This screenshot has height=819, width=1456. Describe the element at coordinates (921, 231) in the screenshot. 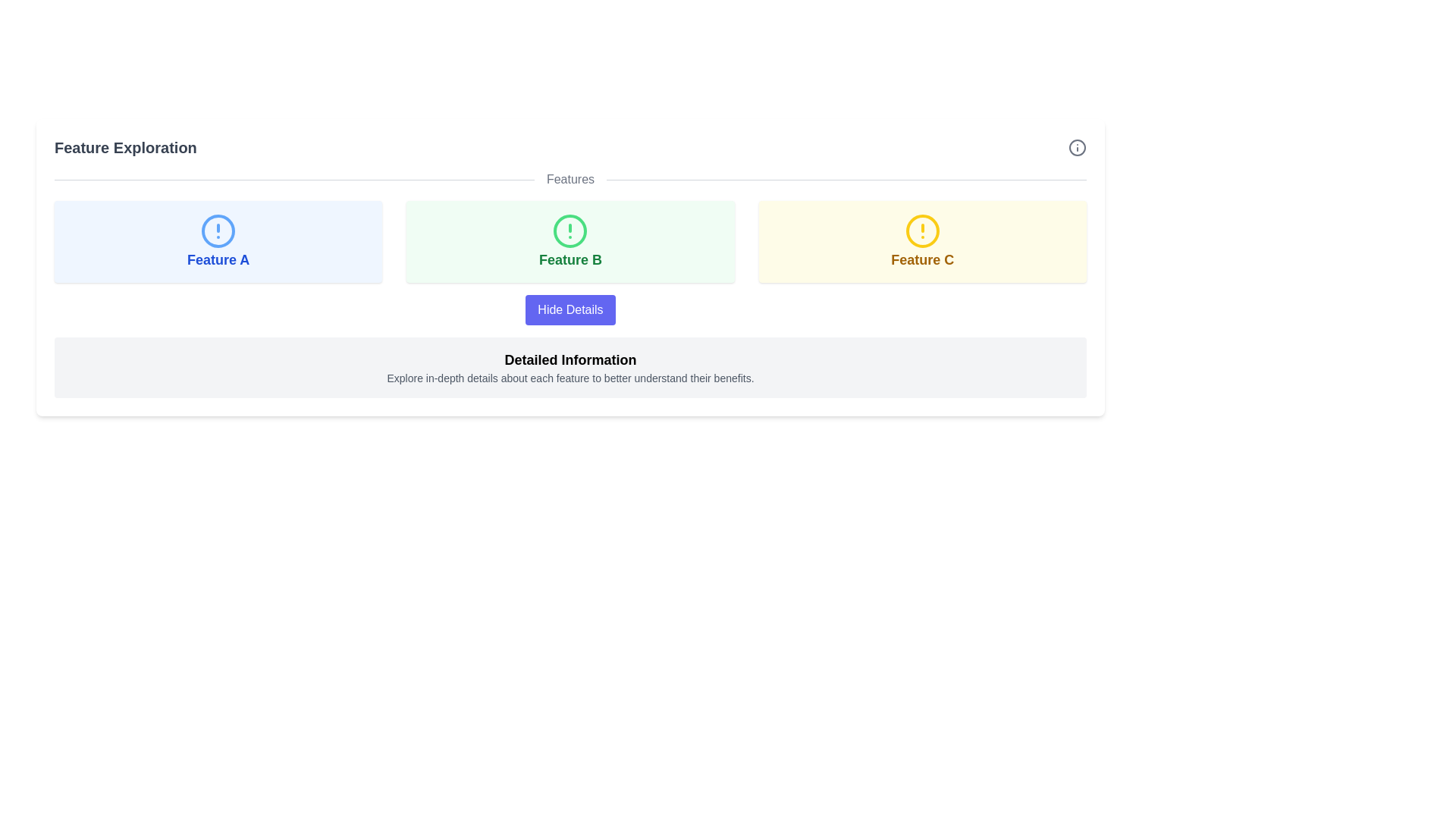

I see `the alert or notification icon located in the 'Feature C' section, which indicates important information or a warning` at that location.